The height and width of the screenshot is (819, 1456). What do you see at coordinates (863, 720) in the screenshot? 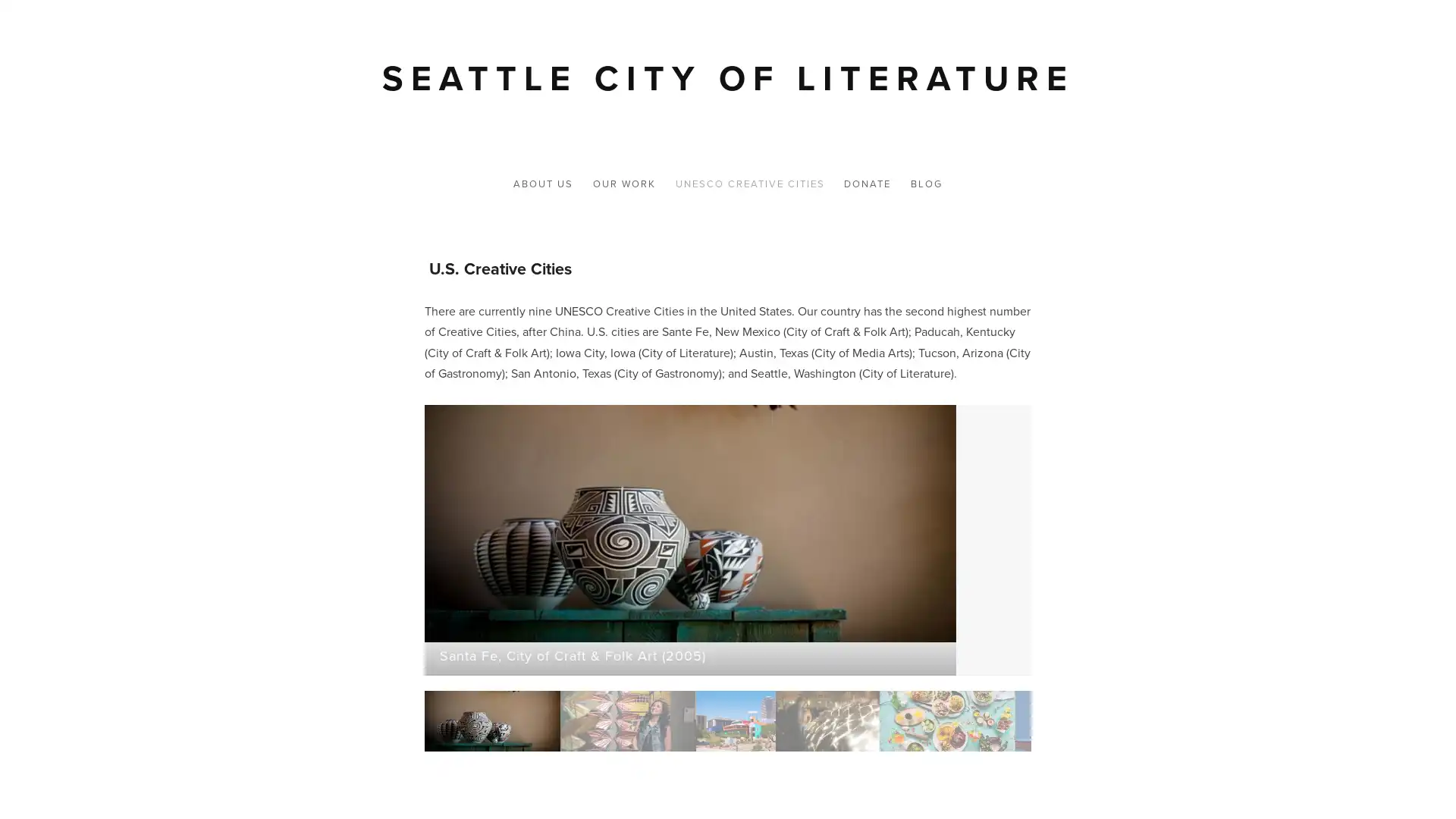
I see `Slide 6` at bounding box center [863, 720].